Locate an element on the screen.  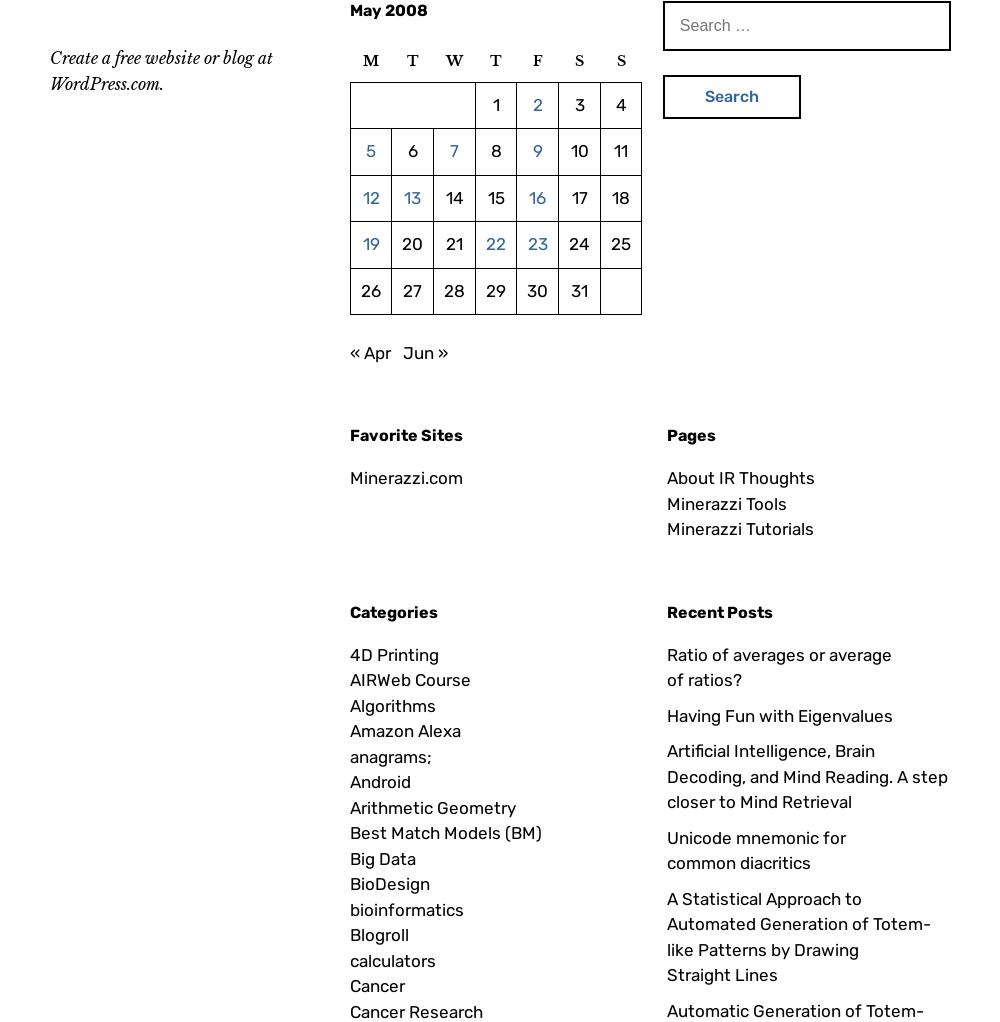
'15' is located at coordinates (494, 197).